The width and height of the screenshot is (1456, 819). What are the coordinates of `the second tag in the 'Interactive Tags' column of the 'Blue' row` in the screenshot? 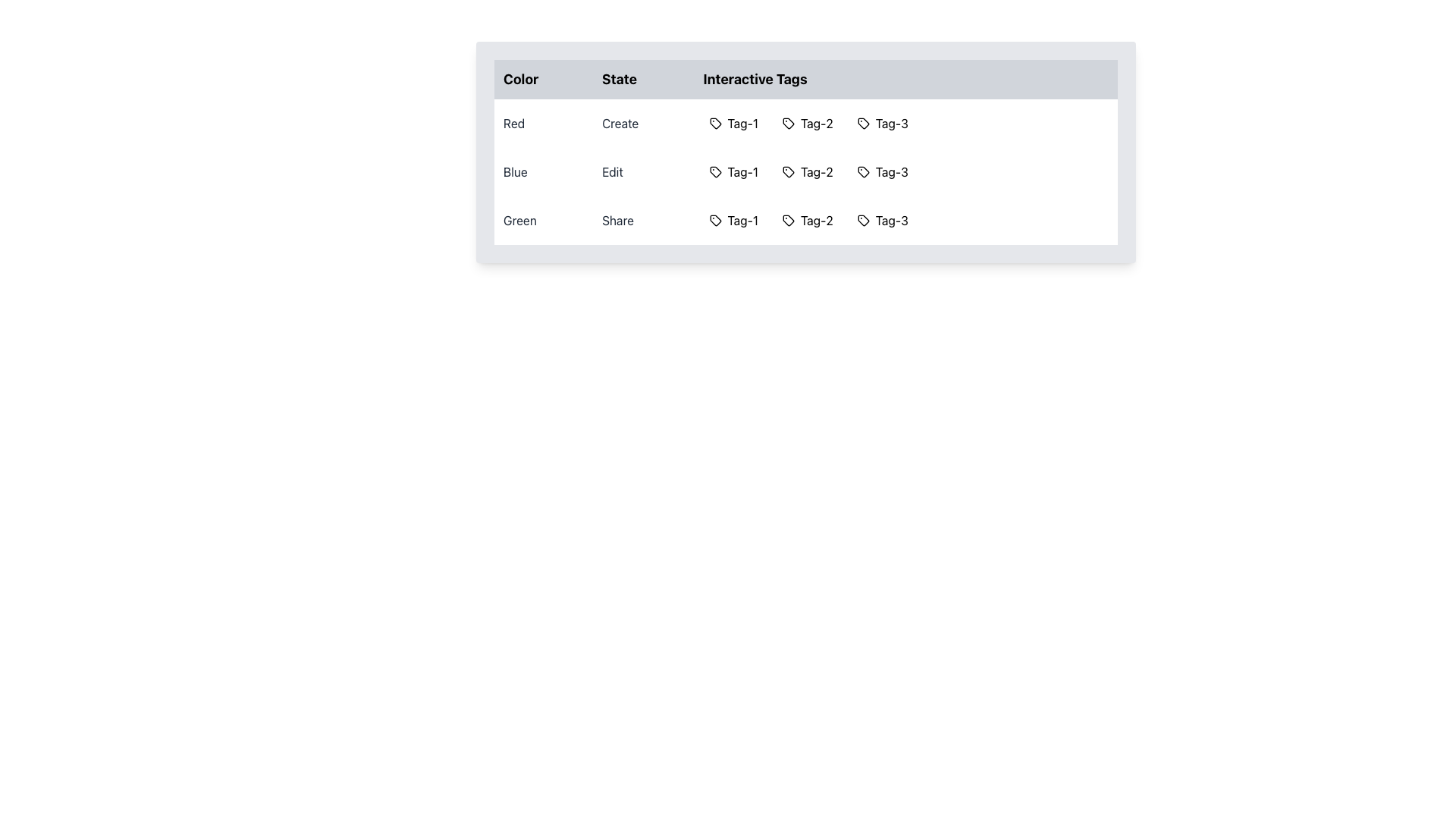 It's located at (807, 171).